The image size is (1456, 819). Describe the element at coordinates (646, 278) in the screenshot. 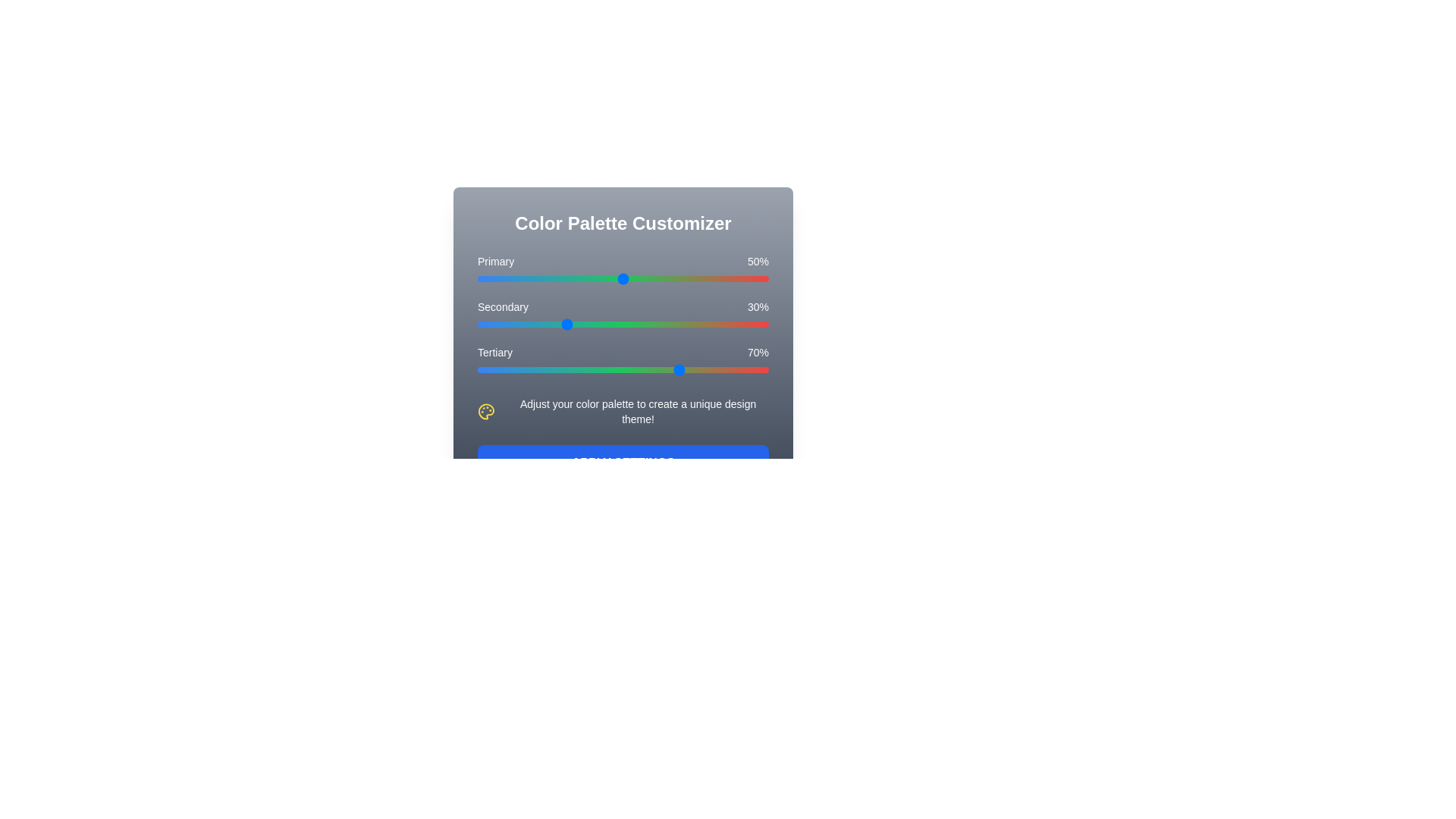

I see `the primary color intensity` at that location.